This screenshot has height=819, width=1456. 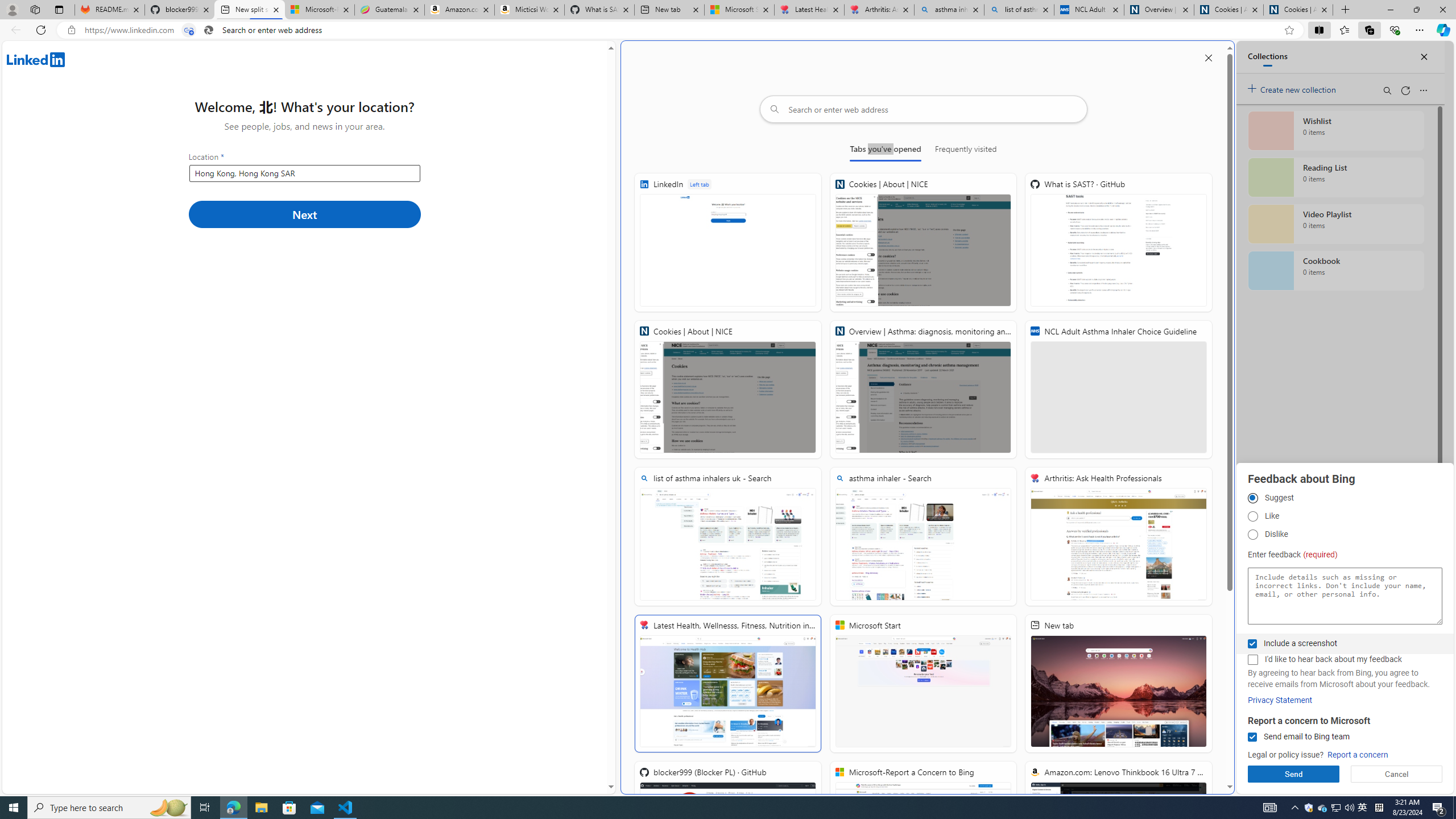 What do you see at coordinates (1358, 754) in the screenshot?
I see `'Report a concern'` at bounding box center [1358, 754].